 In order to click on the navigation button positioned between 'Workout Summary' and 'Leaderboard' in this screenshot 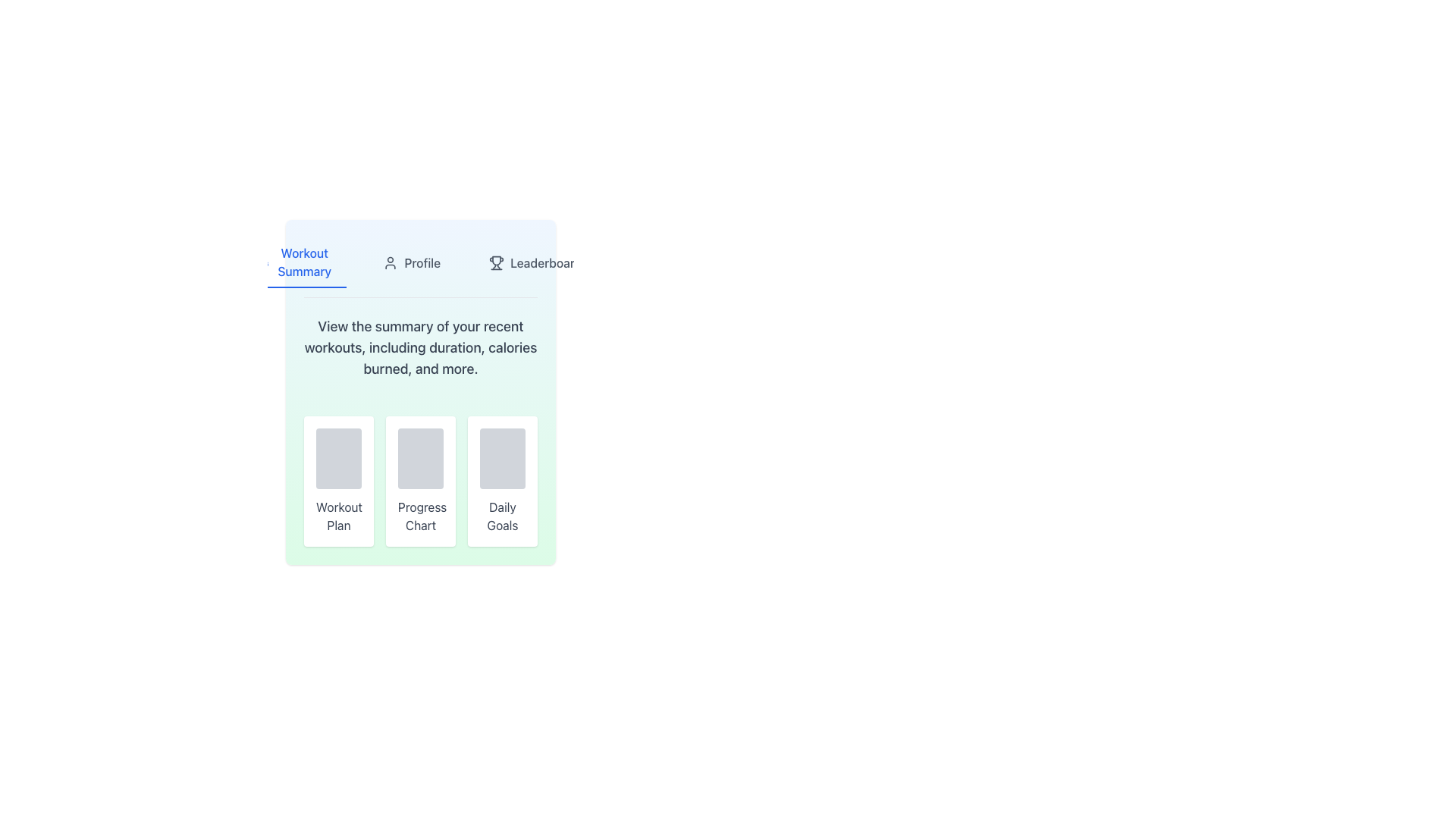, I will do `click(421, 267)`.